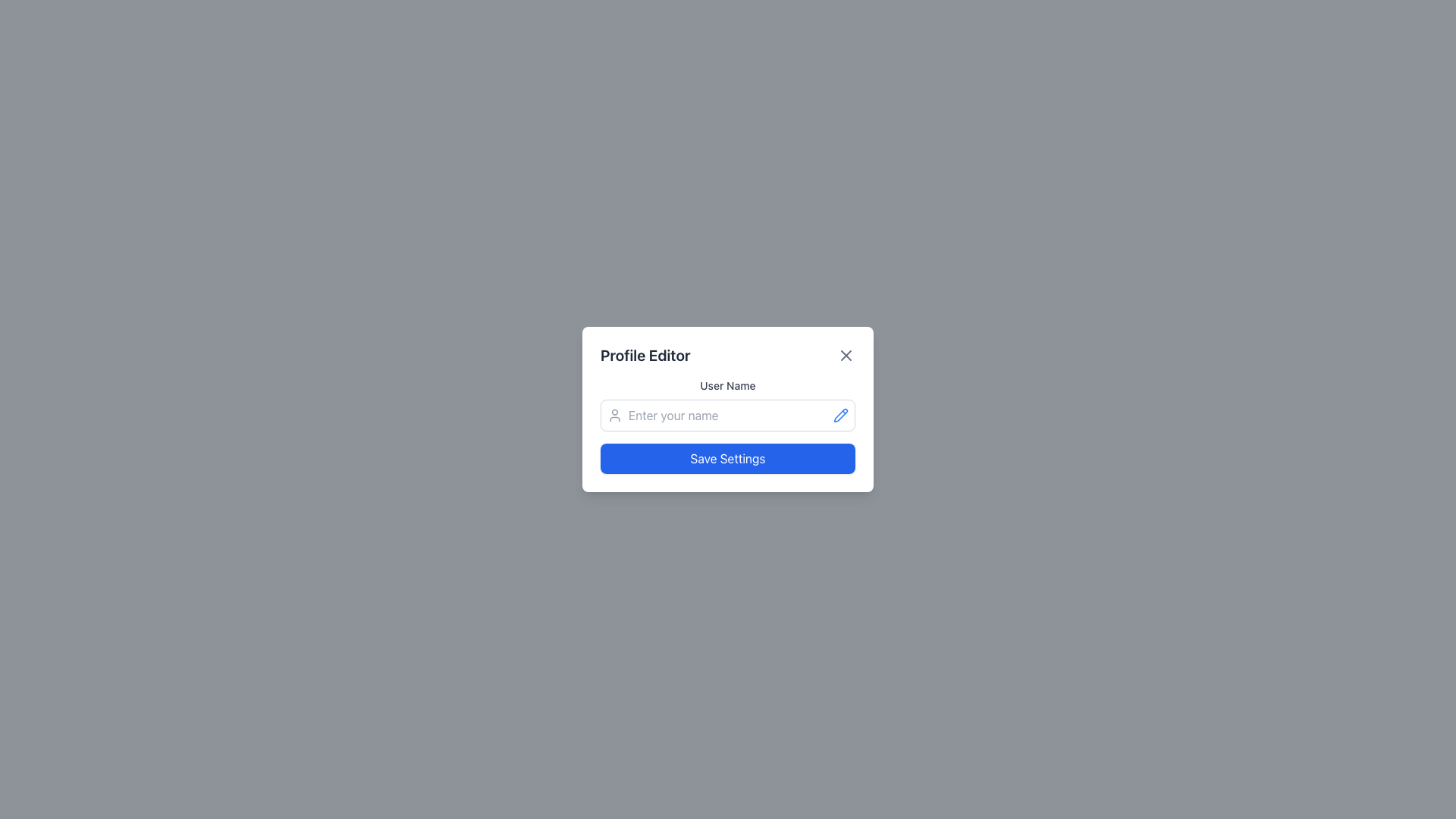  What do you see at coordinates (846, 356) in the screenshot?
I see `the stylized cross icon in the top-right corner of the 'Profile Editor' dialog` at bounding box center [846, 356].